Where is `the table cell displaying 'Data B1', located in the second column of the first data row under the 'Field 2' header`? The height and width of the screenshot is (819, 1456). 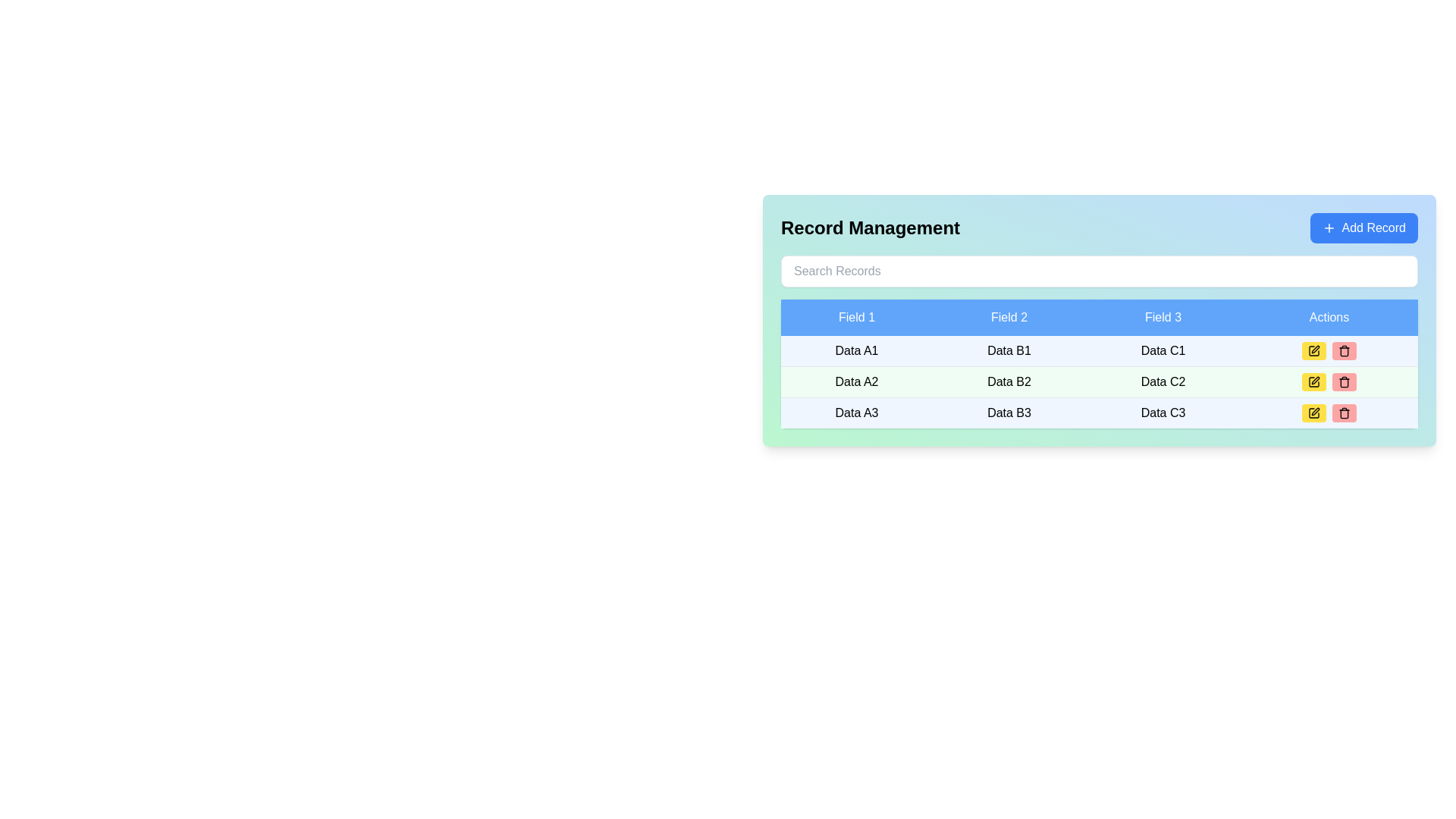 the table cell displaying 'Data B1', located in the second column of the first data row under the 'Field 2' header is located at coordinates (1009, 351).